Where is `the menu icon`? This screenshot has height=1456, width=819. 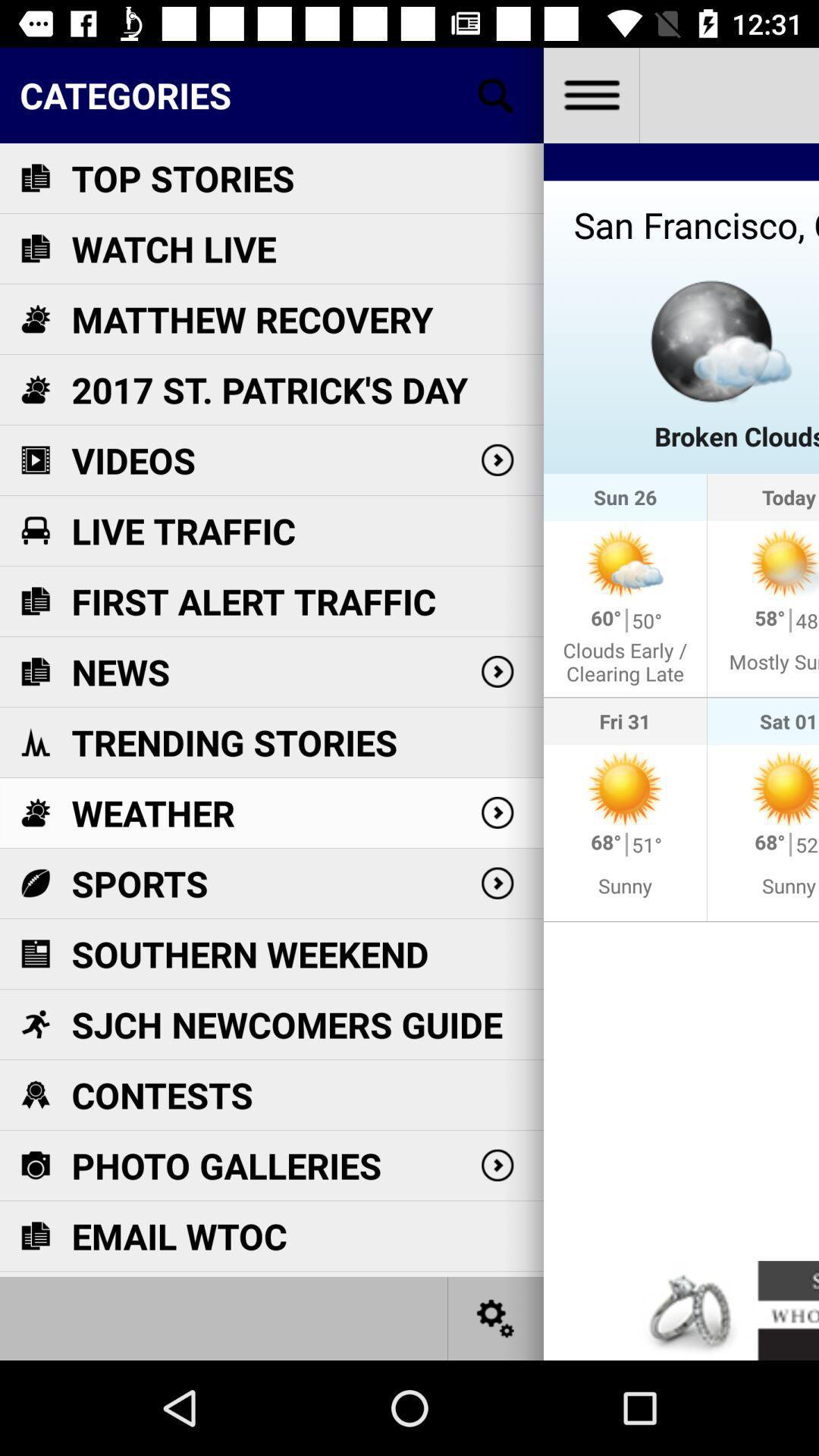
the menu icon is located at coordinates (590, 94).